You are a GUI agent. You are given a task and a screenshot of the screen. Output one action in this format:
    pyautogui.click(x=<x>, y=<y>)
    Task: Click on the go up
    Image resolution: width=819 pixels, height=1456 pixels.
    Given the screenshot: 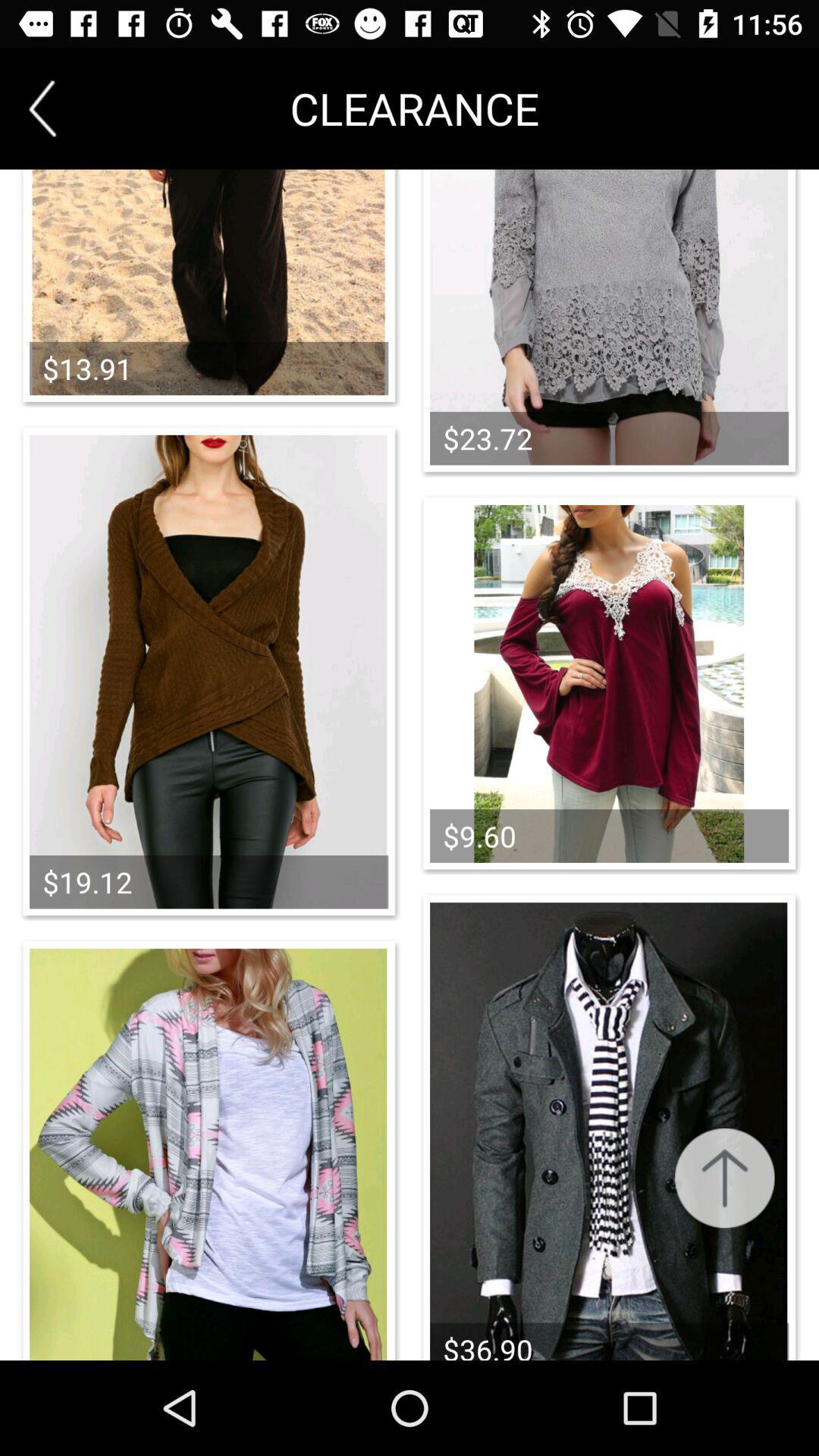 What is the action you would take?
    pyautogui.click(x=723, y=1177)
    